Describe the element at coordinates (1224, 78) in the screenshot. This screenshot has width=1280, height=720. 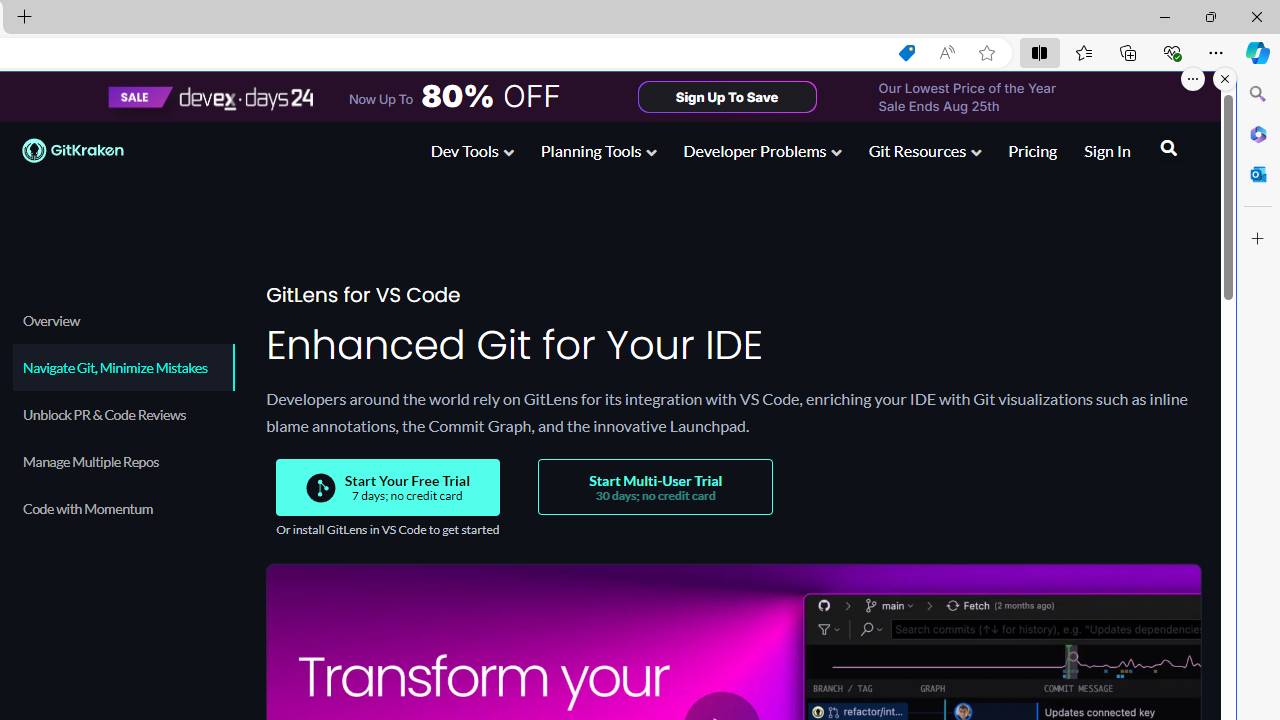
I see `'Close split screen.'` at that location.